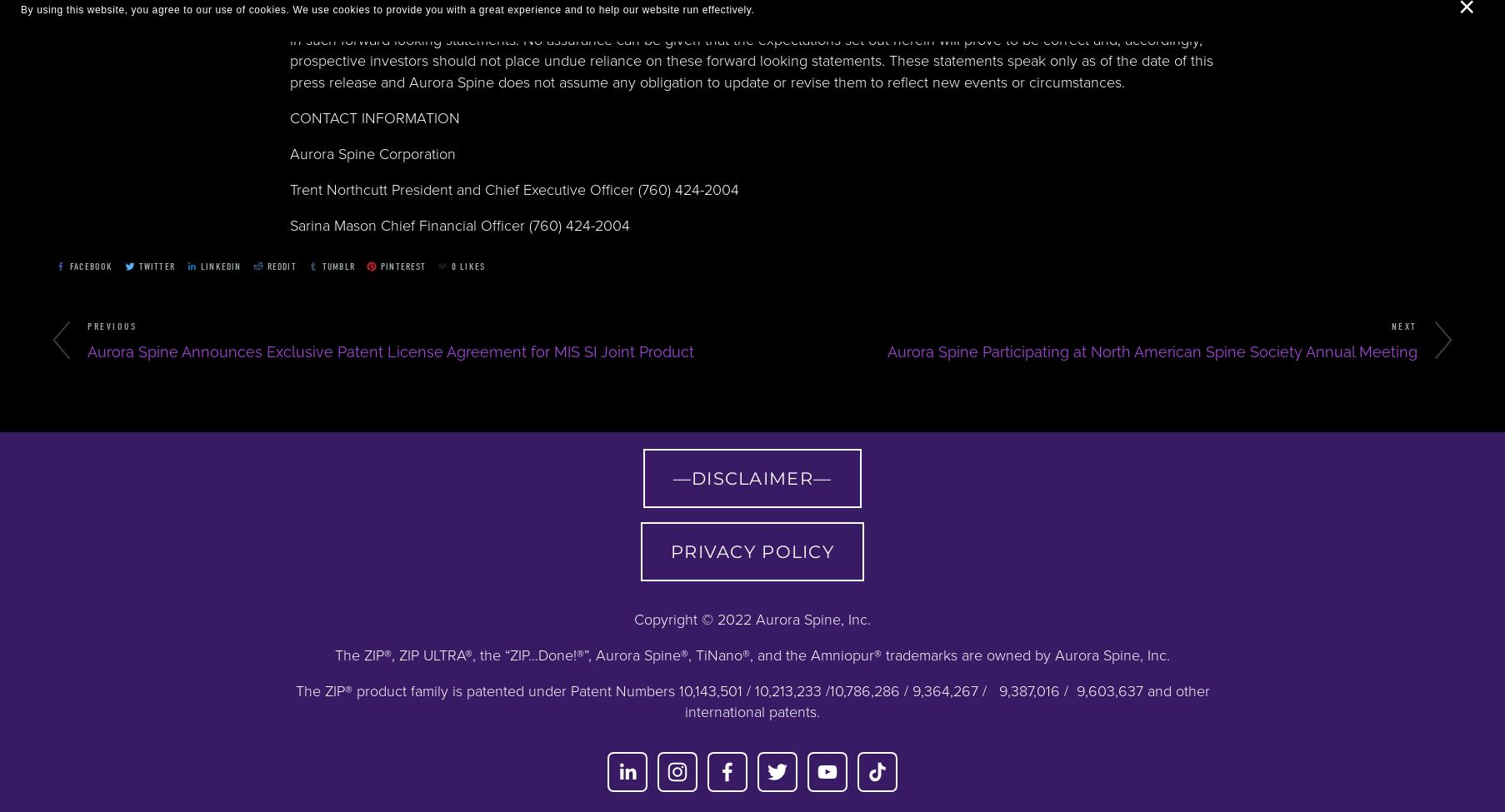 This screenshot has width=1505, height=812. Describe the element at coordinates (334, 655) in the screenshot. I see `'The ZIP®, ZIP ULTRA®, the “ZIP…Done!®”, Aurora Spine®, TiNano®, and the Amniopur® trademarks are owned by Aurora Spine, Inc.'` at that location.